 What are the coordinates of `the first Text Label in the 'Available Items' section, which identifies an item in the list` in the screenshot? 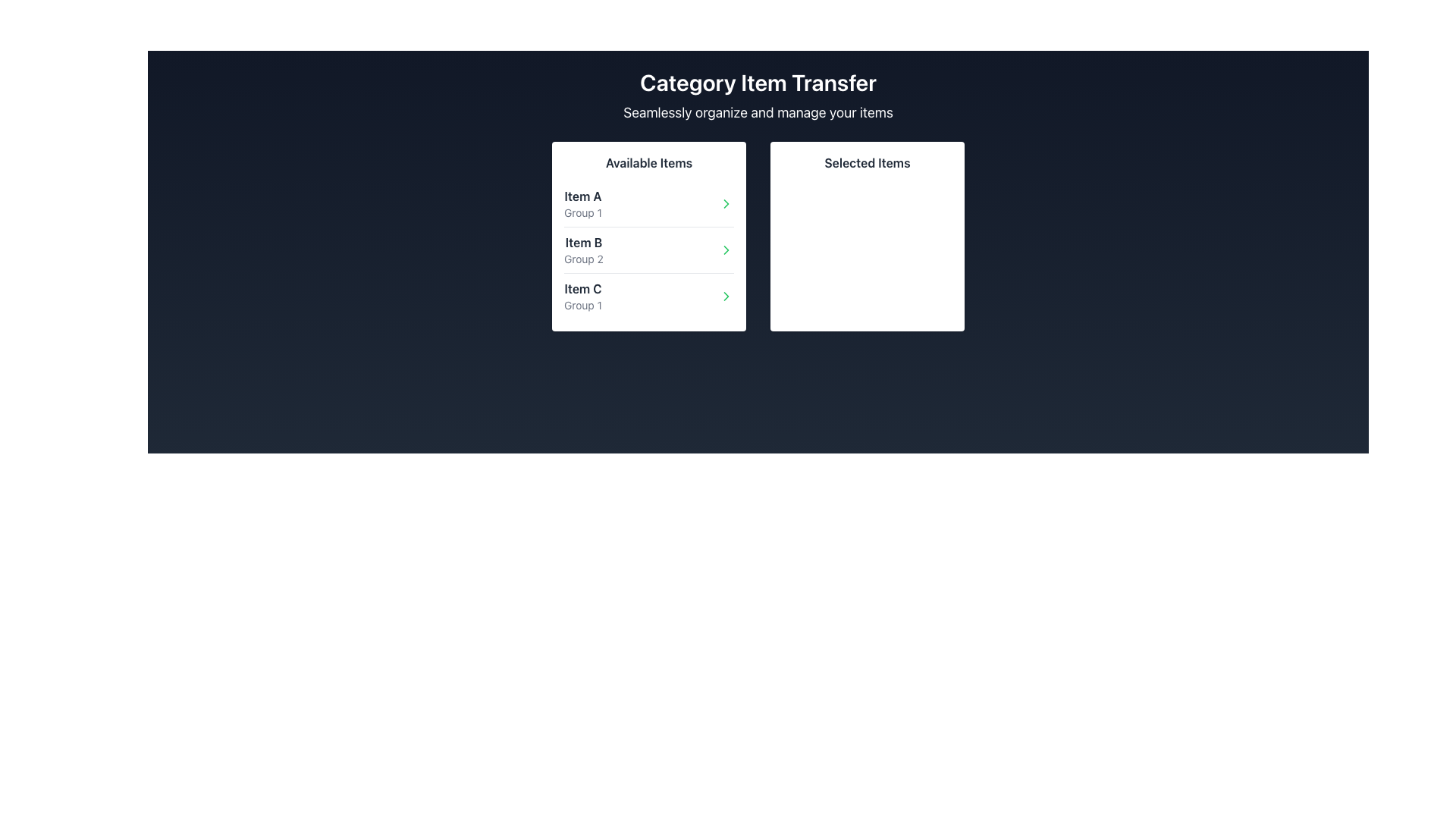 It's located at (582, 195).